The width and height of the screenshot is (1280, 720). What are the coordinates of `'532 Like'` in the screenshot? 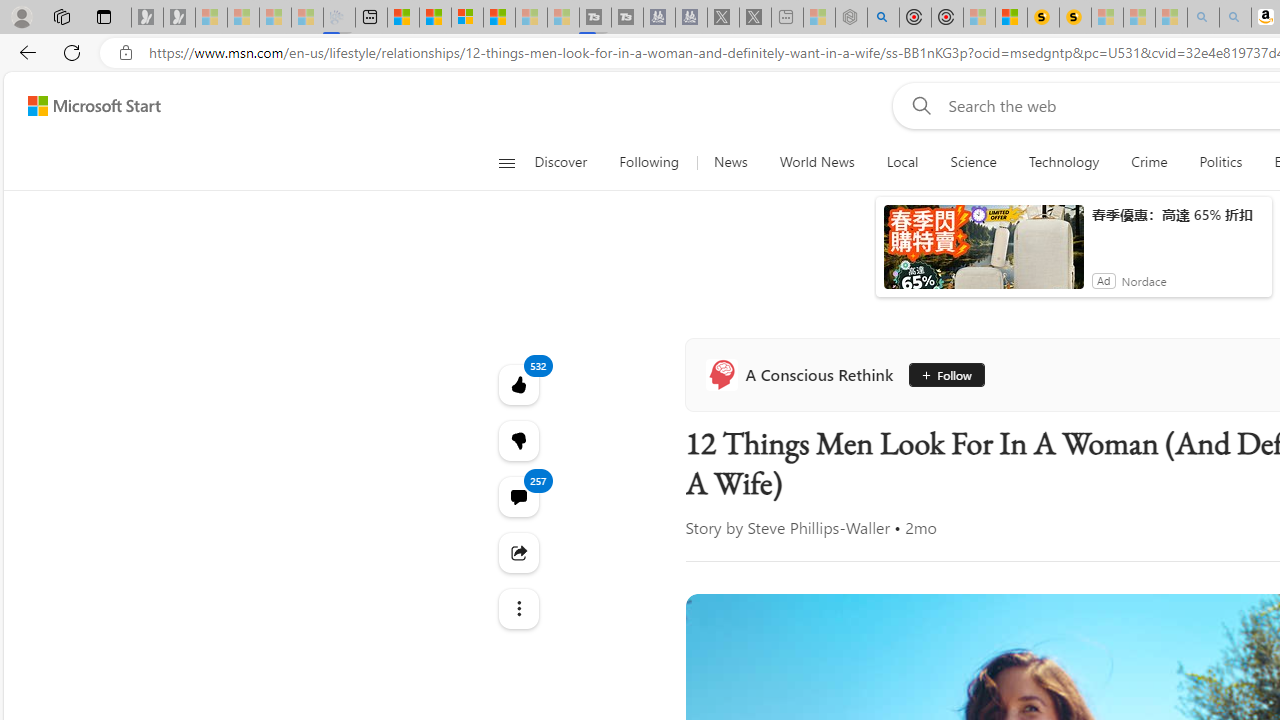 It's located at (518, 384).